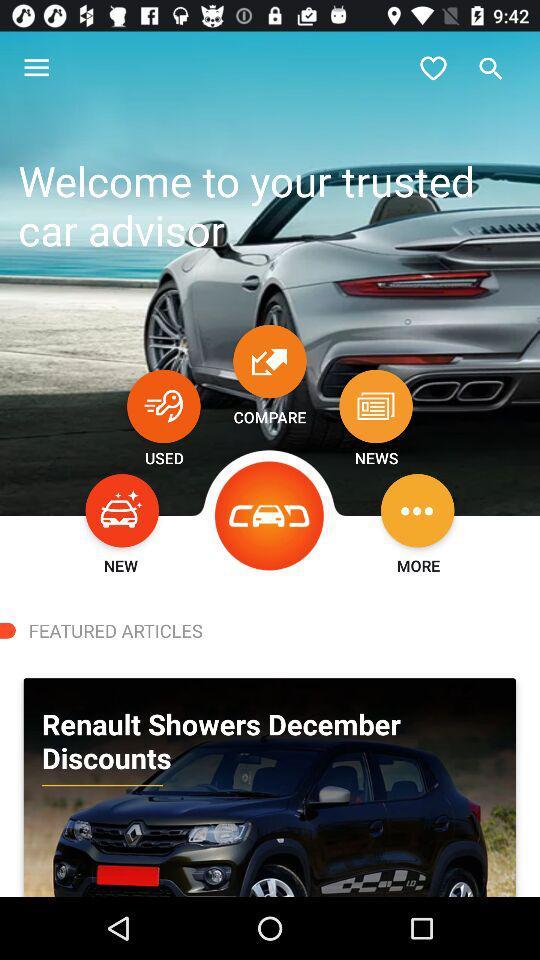 This screenshot has height=960, width=540. Describe the element at coordinates (270, 360) in the screenshot. I see `the swap icon` at that location.